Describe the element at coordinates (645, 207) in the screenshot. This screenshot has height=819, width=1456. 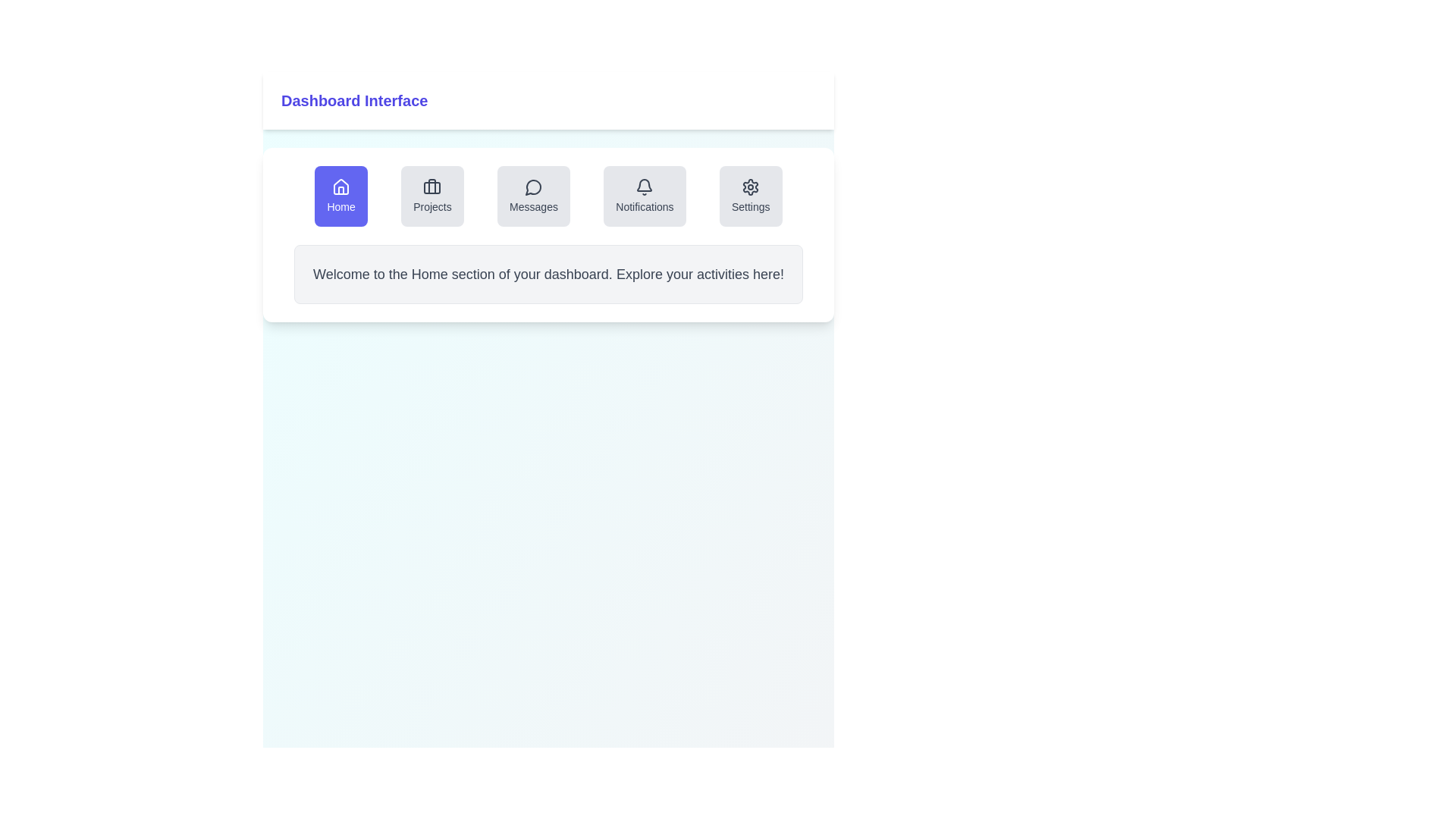
I see `text of the 'Notifications' text label located directly below the associated bell icon in the navigation options` at that location.